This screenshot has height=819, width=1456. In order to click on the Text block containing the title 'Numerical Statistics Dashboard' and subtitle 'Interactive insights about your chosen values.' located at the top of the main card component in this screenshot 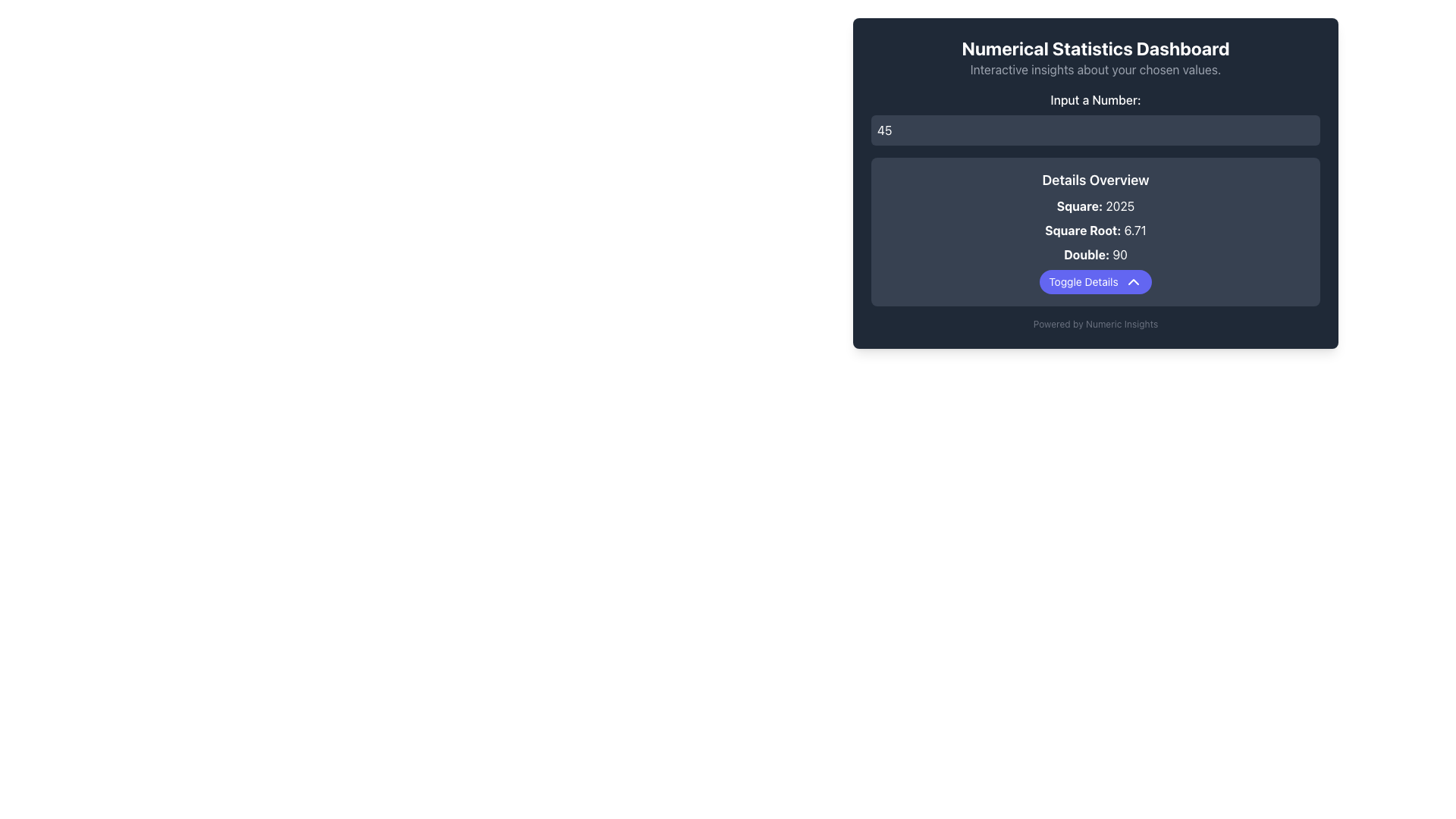, I will do `click(1095, 57)`.